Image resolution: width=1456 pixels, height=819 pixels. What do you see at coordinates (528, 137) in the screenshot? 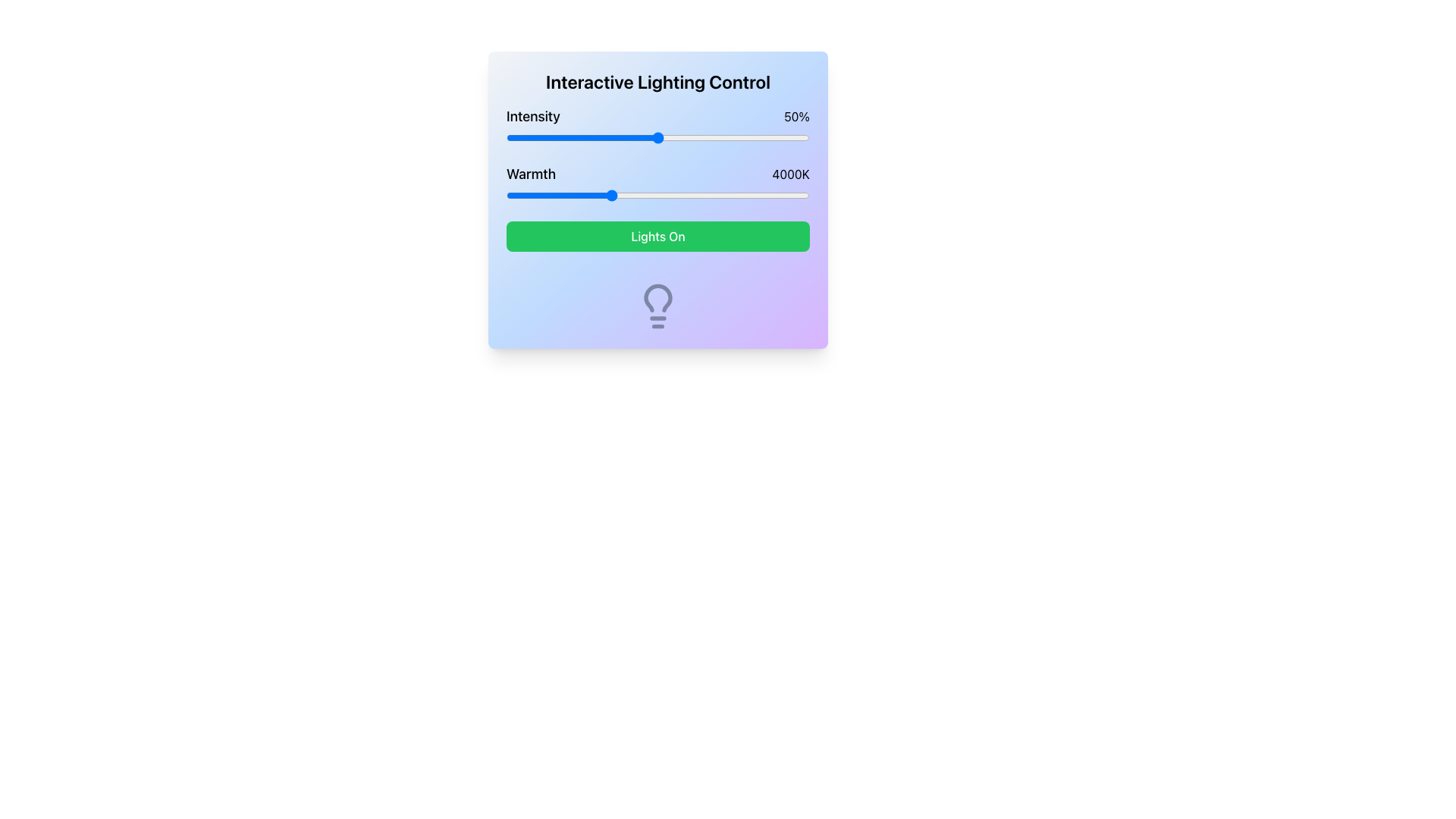
I see `the slider value` at bounding box center [528, 137].